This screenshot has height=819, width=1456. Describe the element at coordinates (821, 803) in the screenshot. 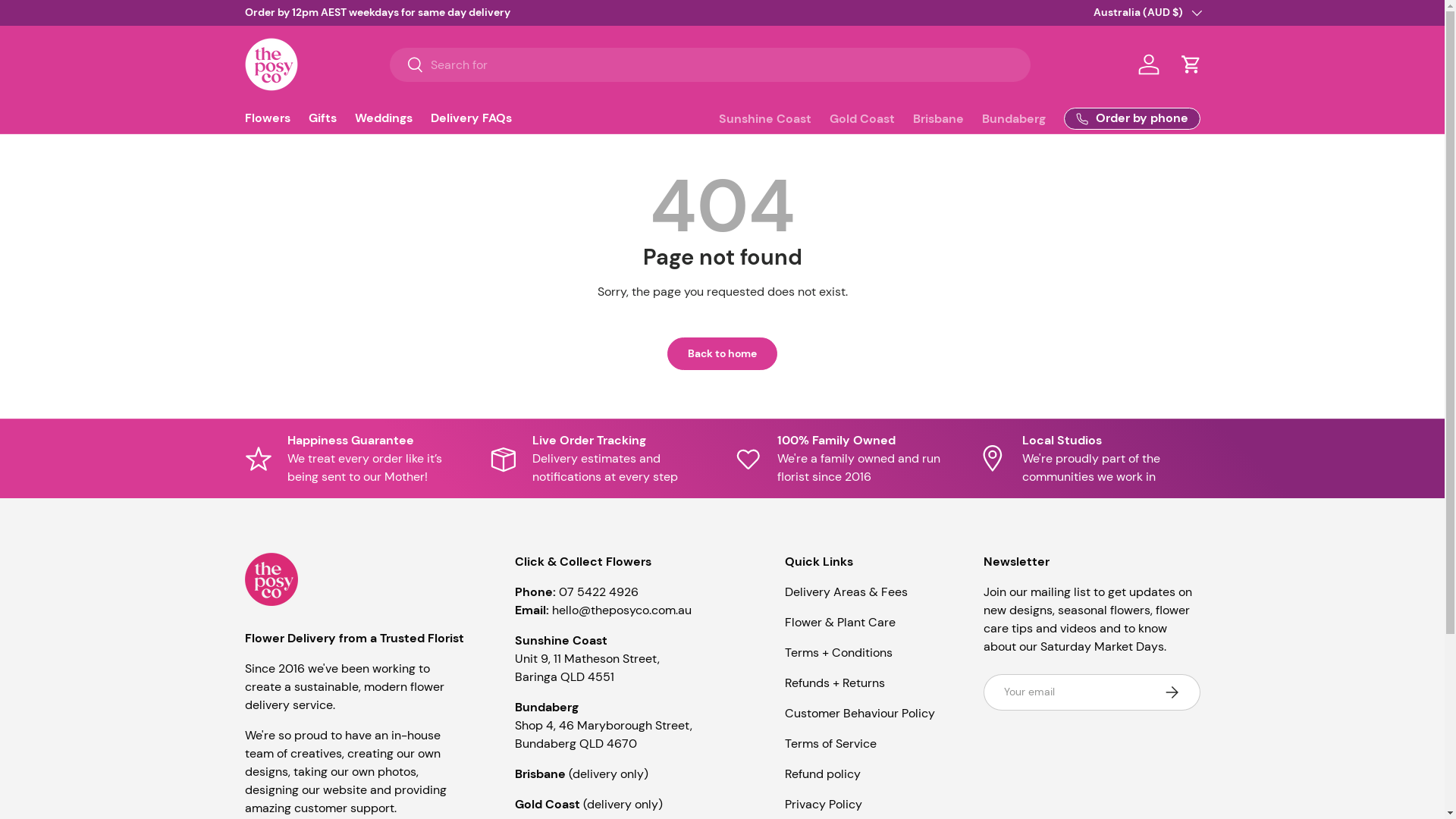

I see `'Privacy Policy'` at that location.